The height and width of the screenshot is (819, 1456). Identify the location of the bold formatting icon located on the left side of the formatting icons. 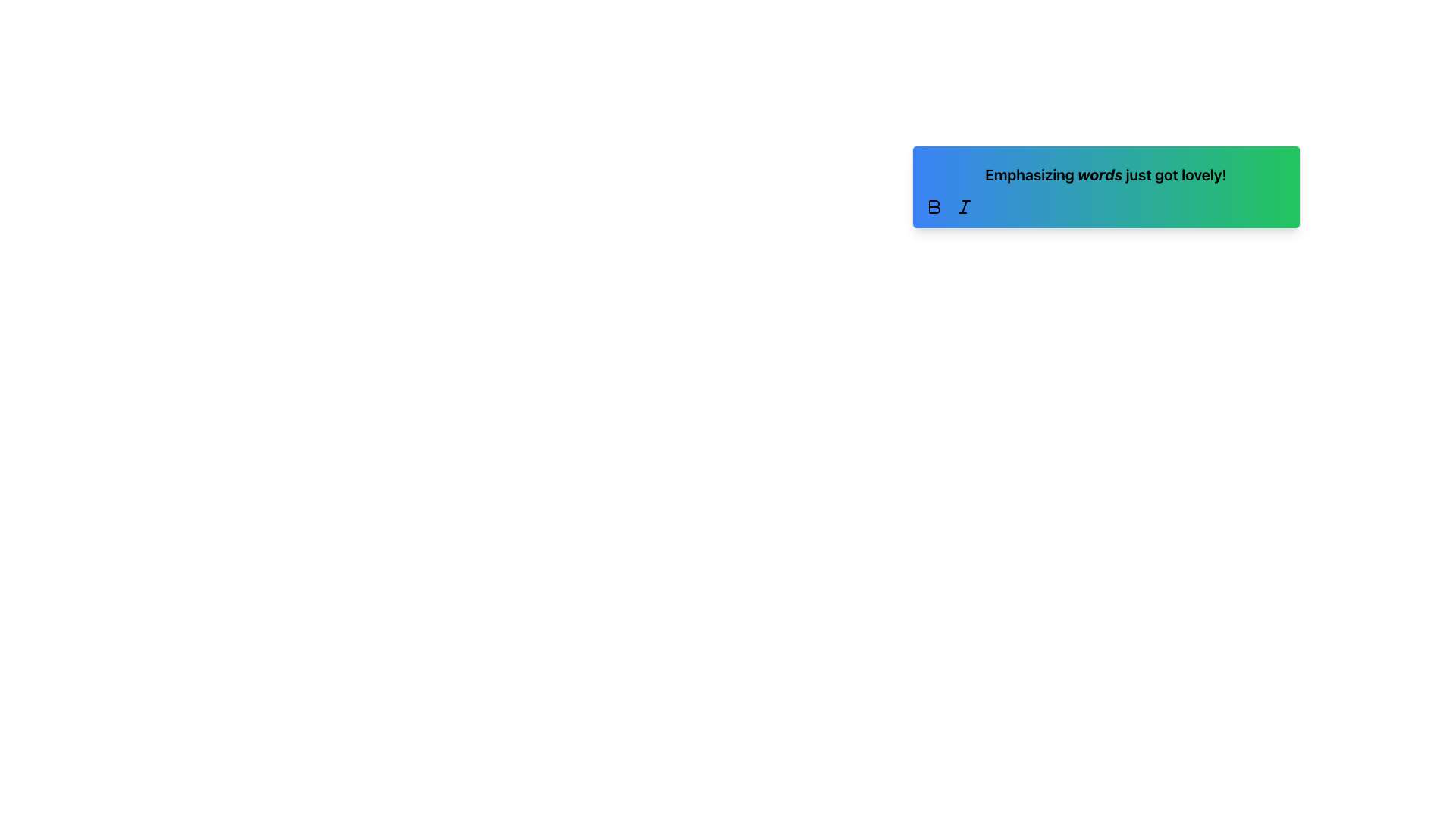
(933, 207).